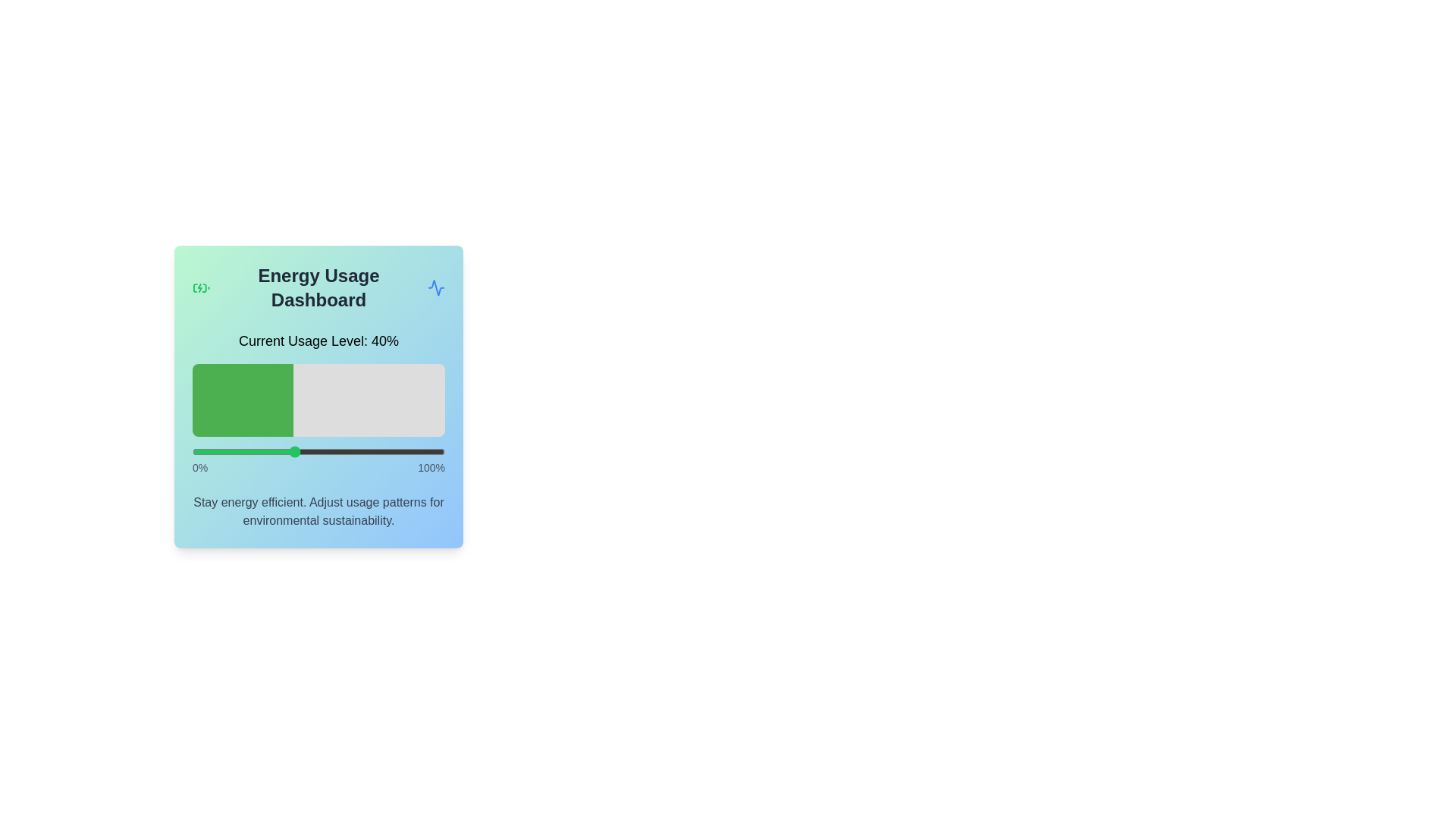 The width and height of the screenshot is (1456, 819). I want to click on the energy usage level to 40% by dragging the slider, so click(293, 451).